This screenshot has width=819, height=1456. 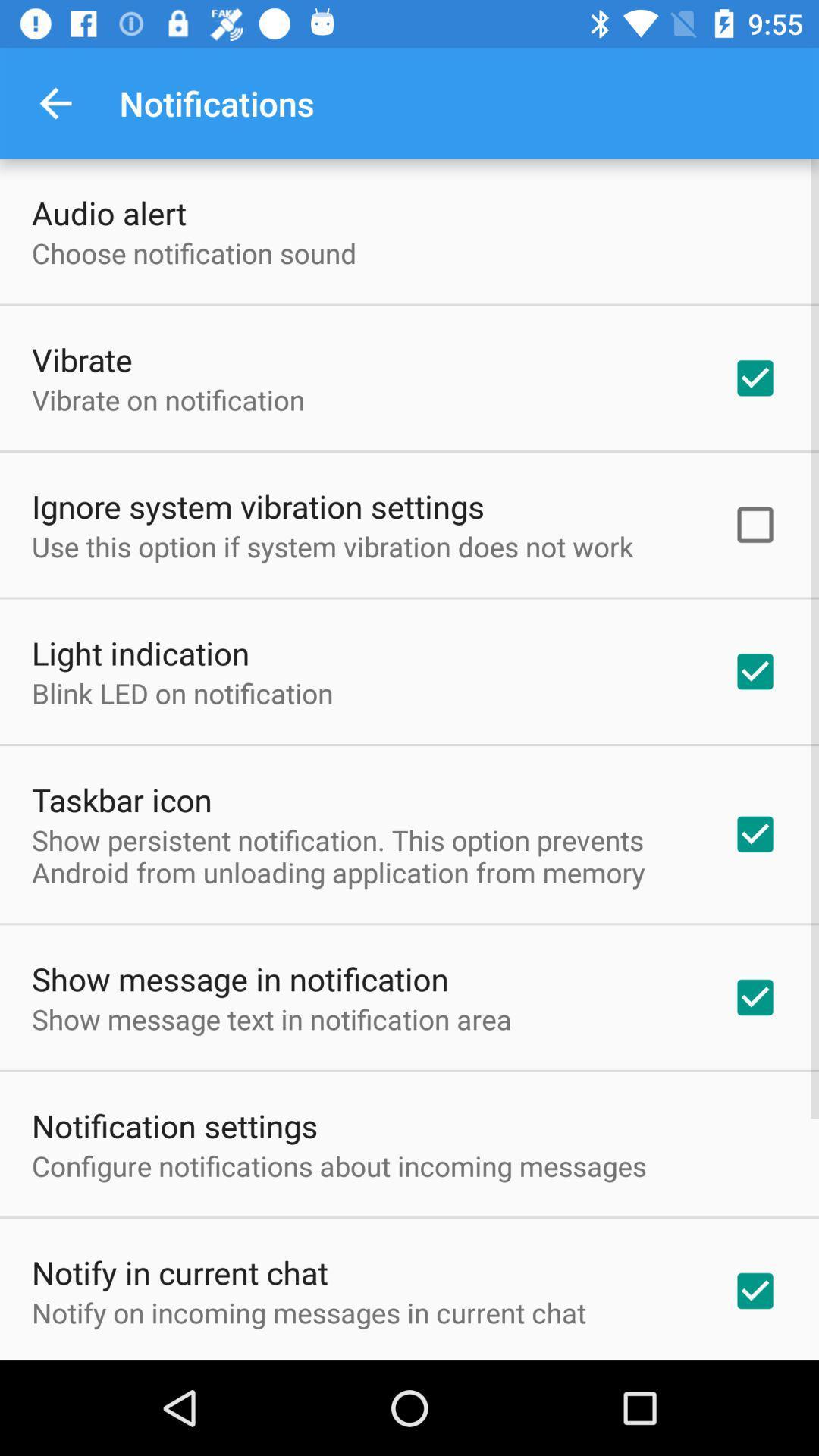 I want to click on light indication icon, so click(x=140, y=652).